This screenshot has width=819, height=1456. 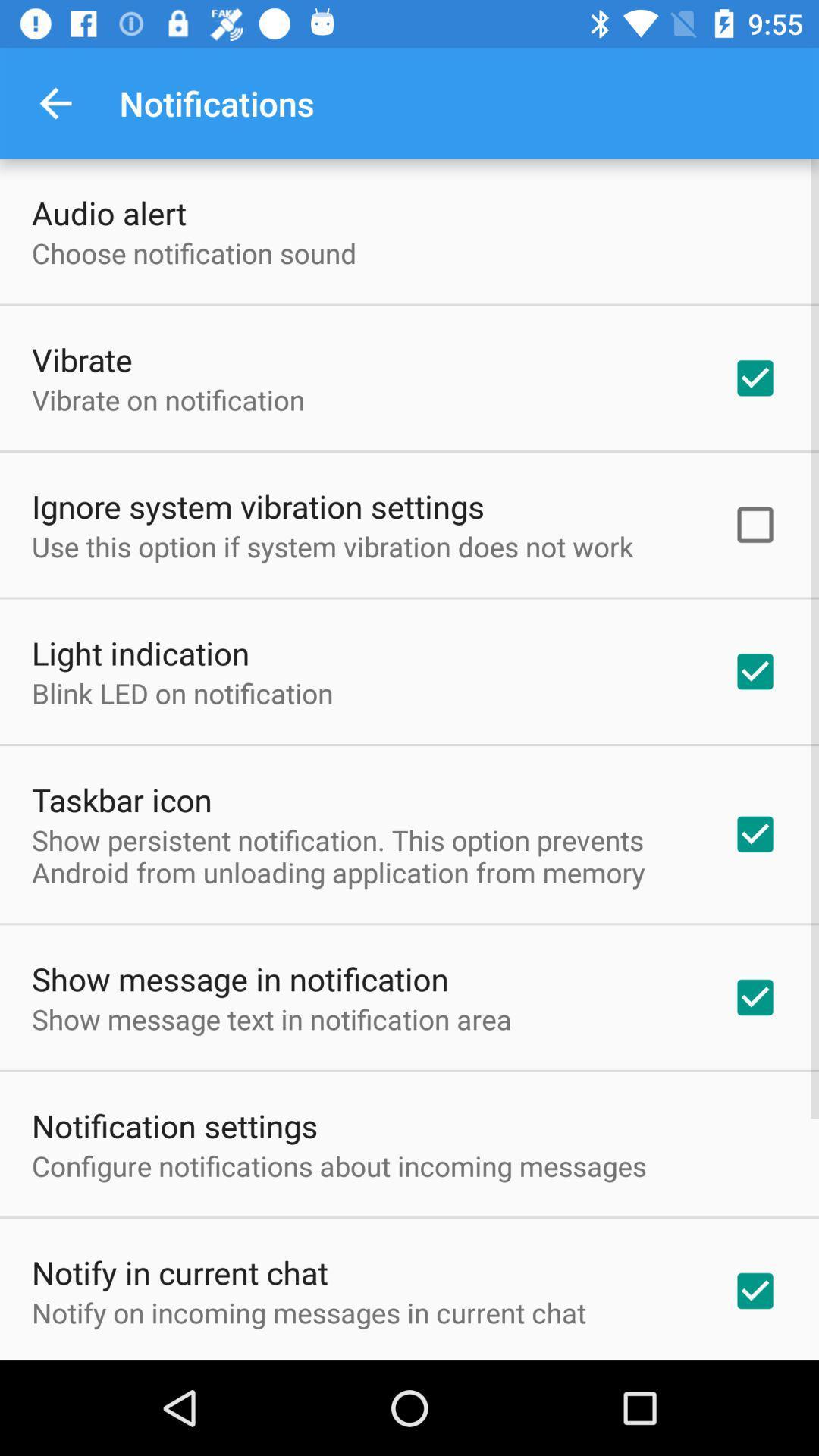 I want to click on light indication icon, so click(x=140, y=652).